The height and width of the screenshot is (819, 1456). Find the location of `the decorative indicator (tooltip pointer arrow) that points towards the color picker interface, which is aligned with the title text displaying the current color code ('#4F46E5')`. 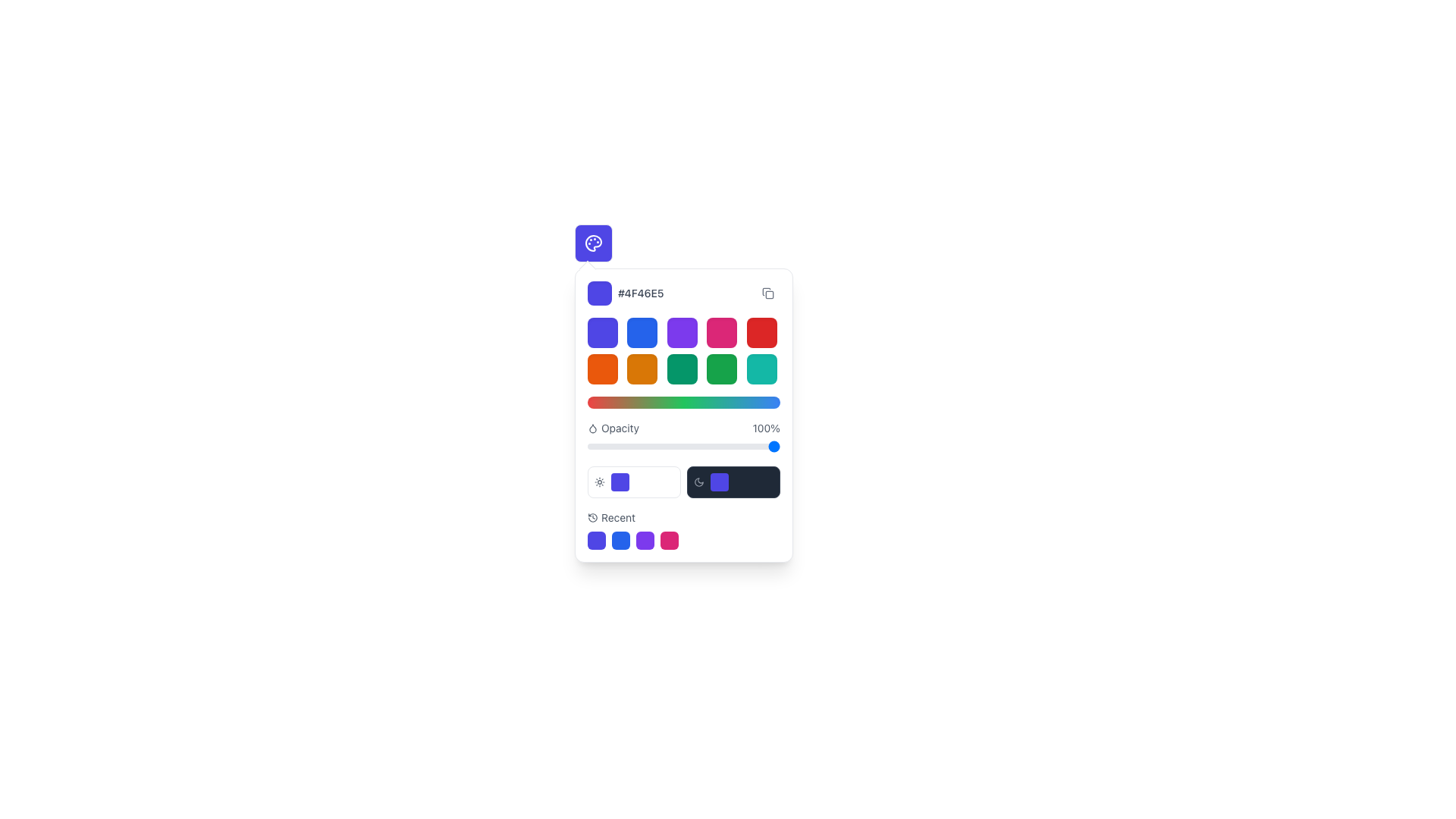

the decorative indicator (tooltip pointer arrow) that points towards the color picker interface, which is aligned with the title text displaying the current color code ('#4F46E5') is located at coordinates (586, 268).